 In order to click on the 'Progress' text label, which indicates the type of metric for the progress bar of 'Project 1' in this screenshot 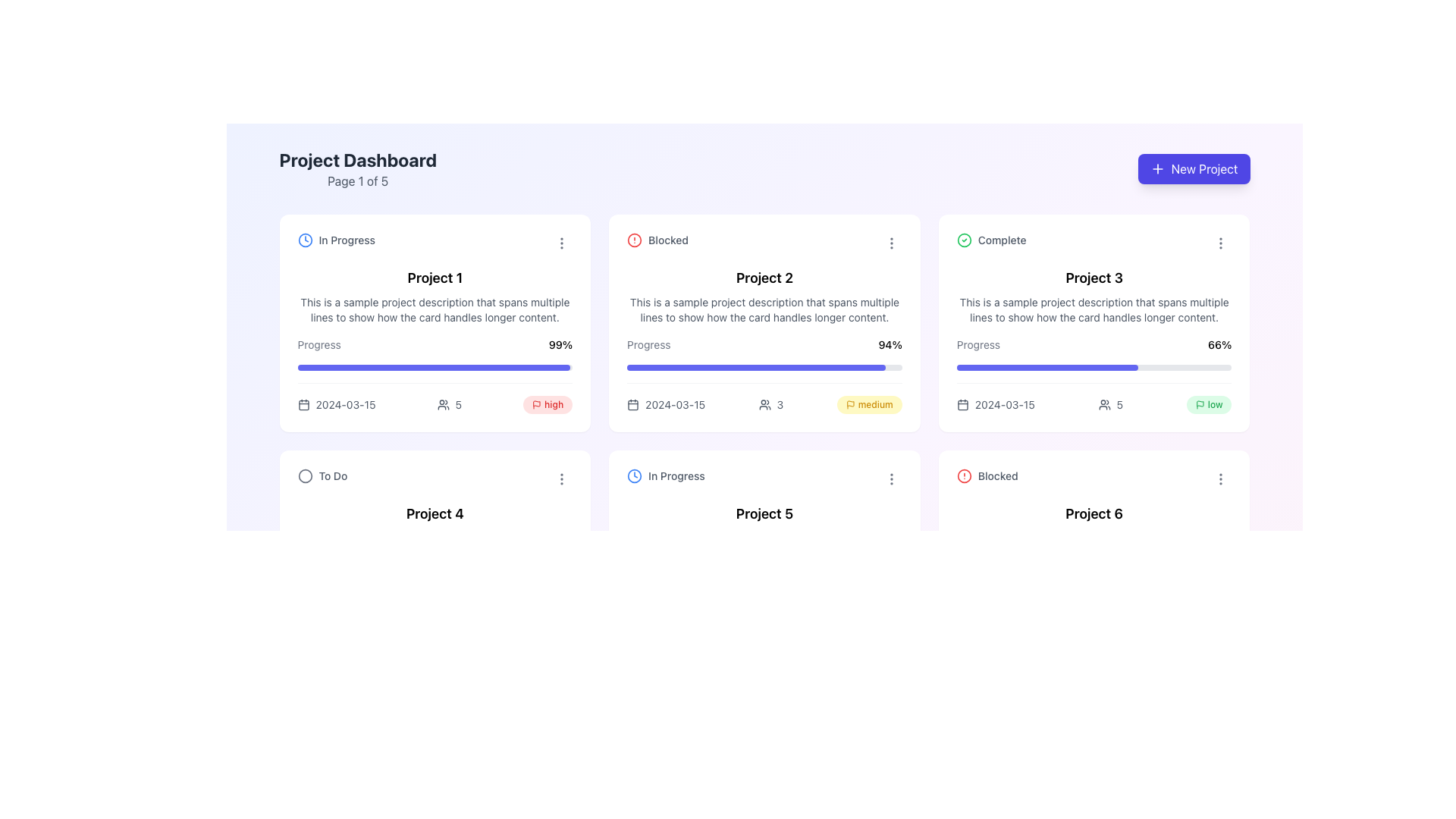, I will do `click(318, 345)`.